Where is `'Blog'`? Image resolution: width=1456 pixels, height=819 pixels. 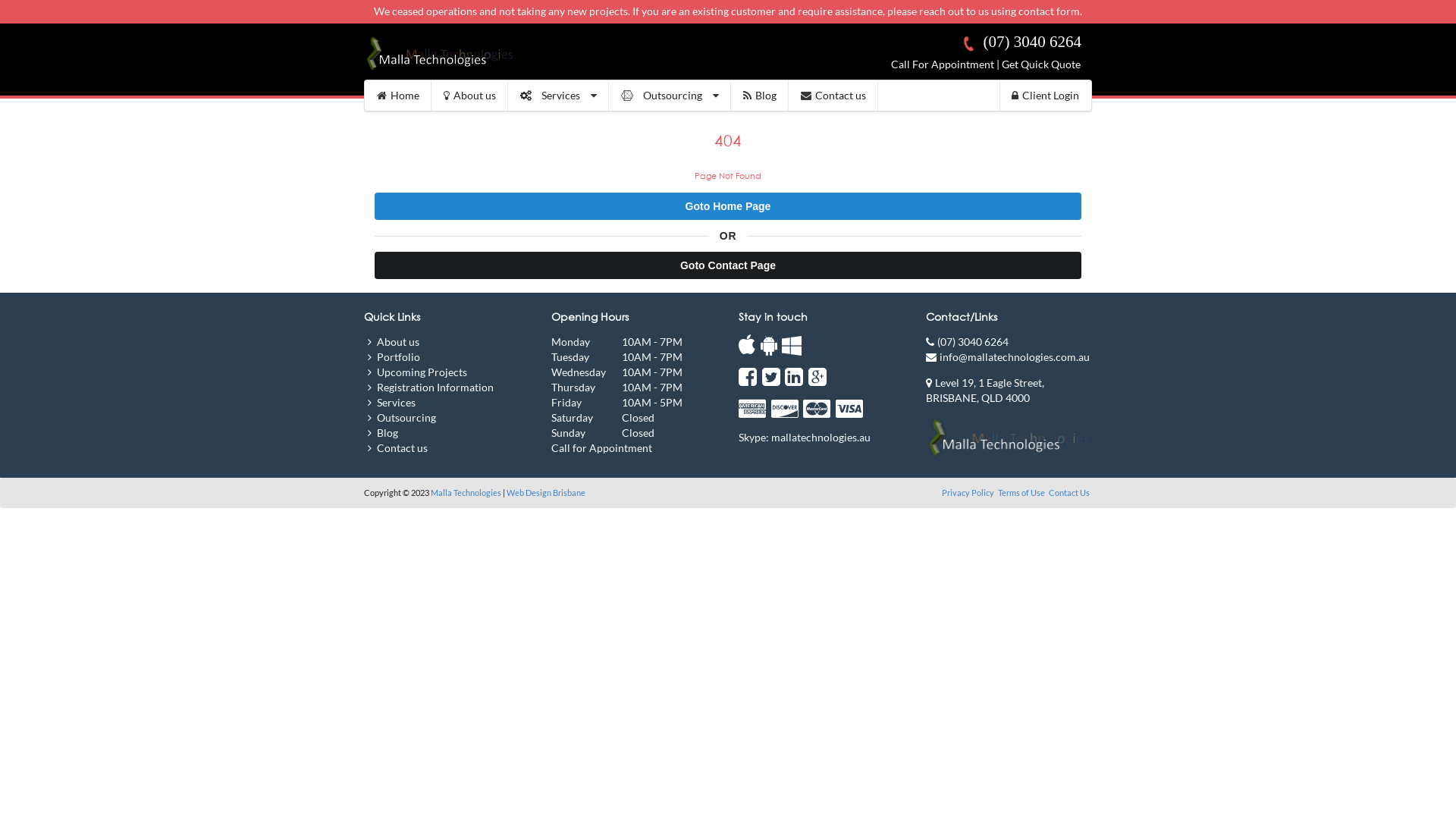
'Blog' is located at coordinates (760, 96).